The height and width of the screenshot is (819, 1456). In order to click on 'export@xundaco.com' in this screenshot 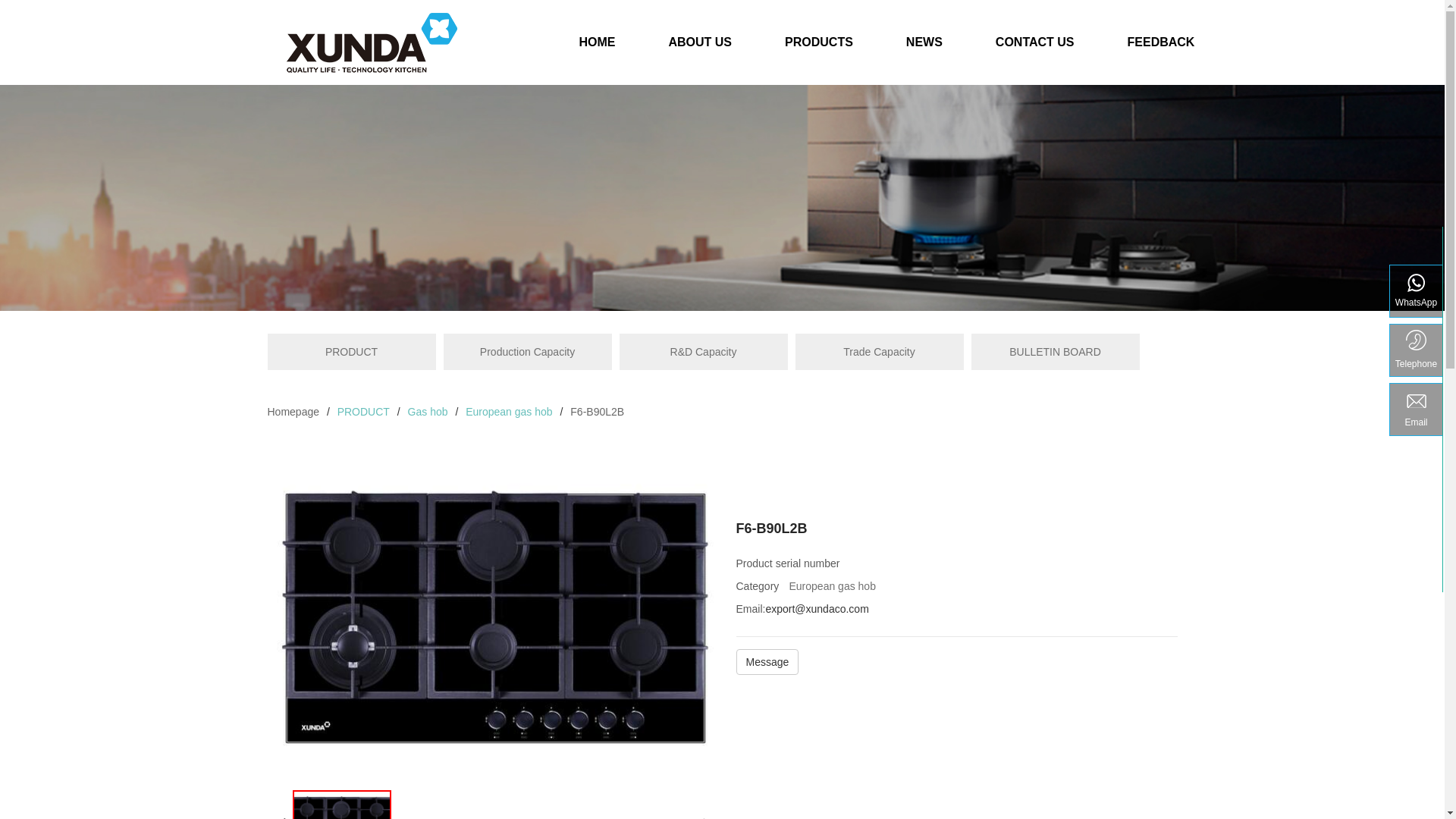, I will do `click(815, 607)`.